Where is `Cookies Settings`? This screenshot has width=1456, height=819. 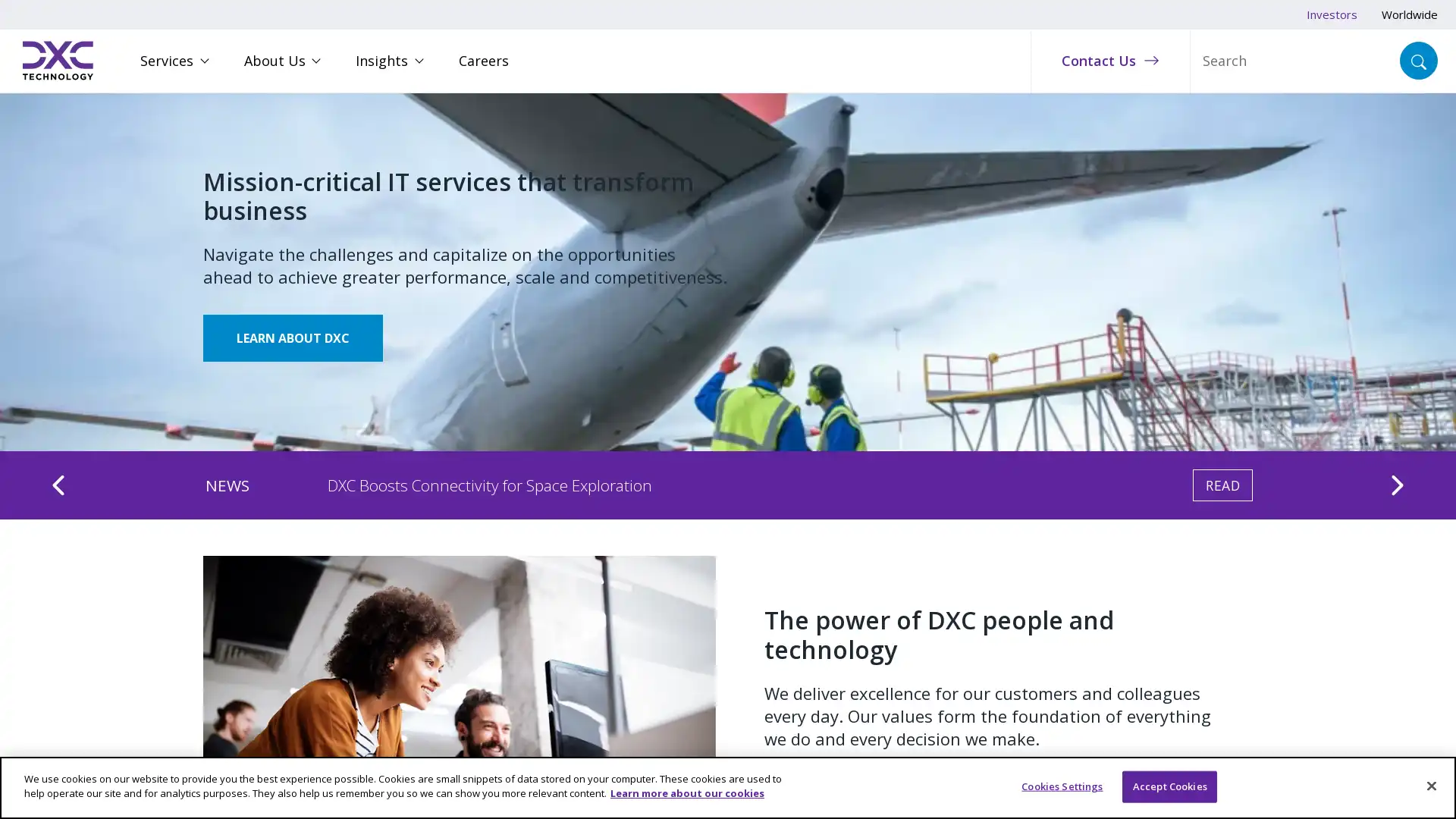 Cookies Settings is located at coordinates (1061, 786).